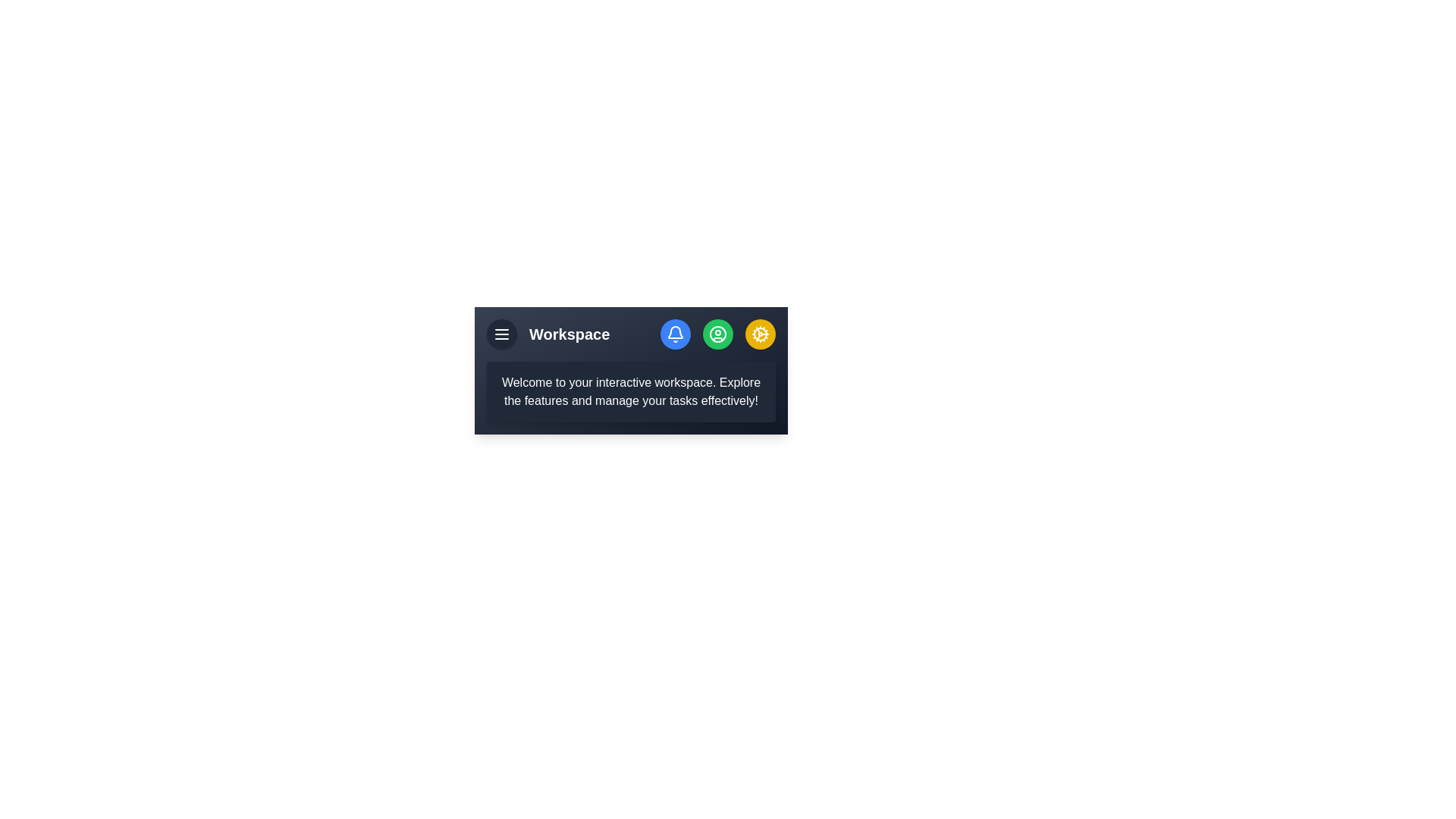 This screenshot has width=1456, height=819. Describe the element at coordinates (717, 333) in the screenshot. I see `the user profile button` at that location.